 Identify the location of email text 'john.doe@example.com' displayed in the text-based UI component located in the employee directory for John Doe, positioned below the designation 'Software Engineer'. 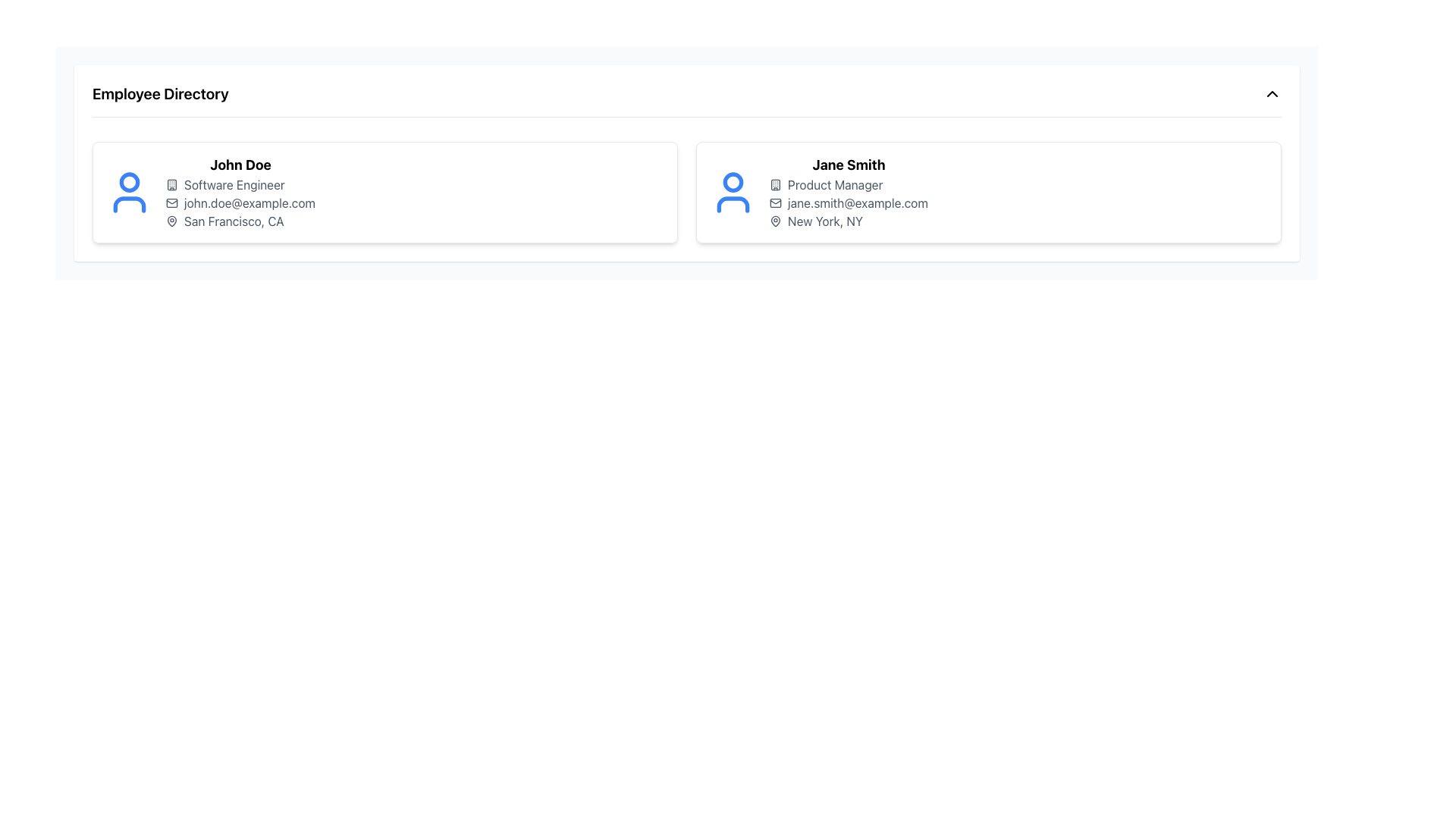
(240, 202).